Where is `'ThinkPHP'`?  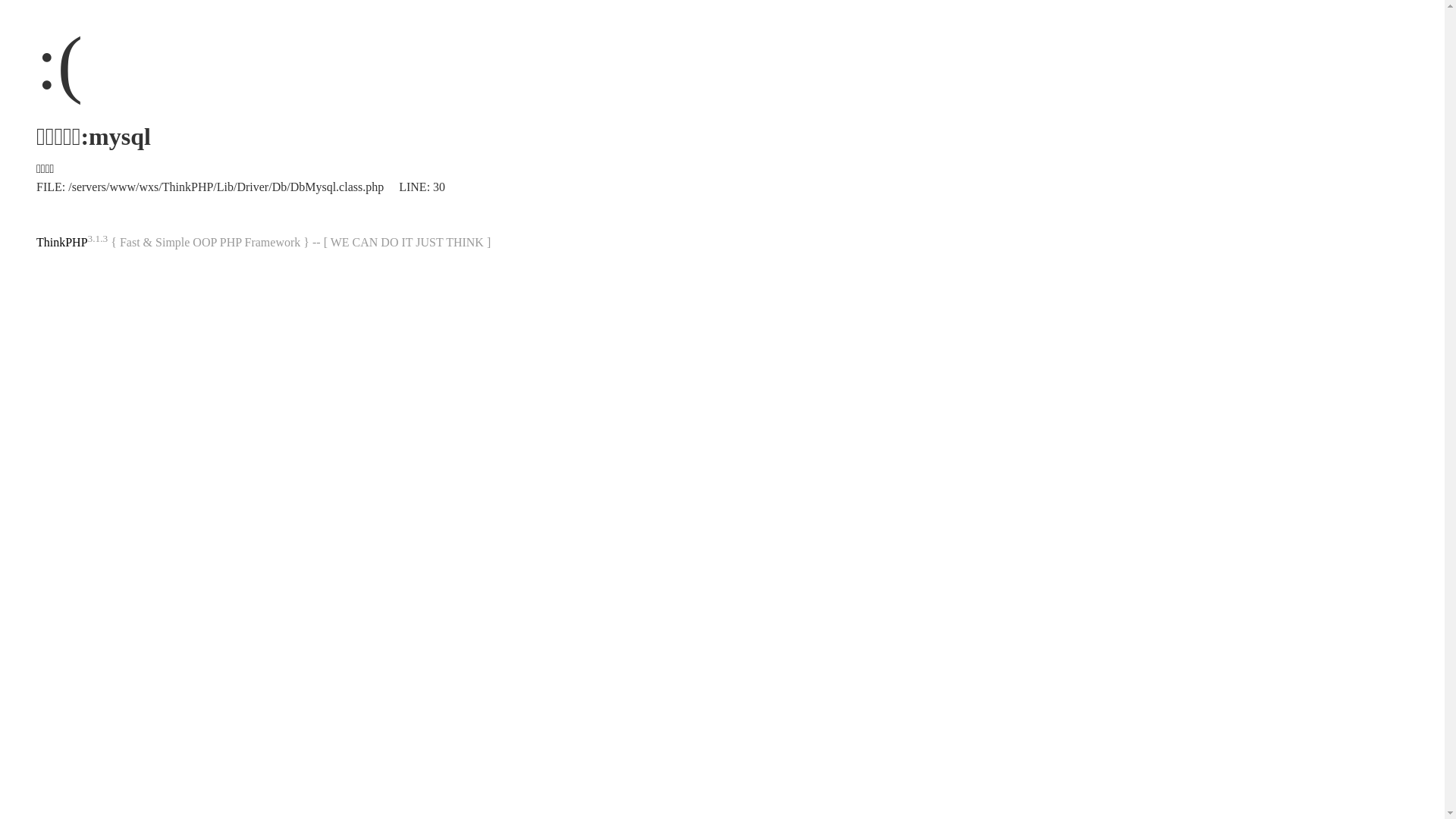
'ThinkPHP' is located at coordinates (61, 241).